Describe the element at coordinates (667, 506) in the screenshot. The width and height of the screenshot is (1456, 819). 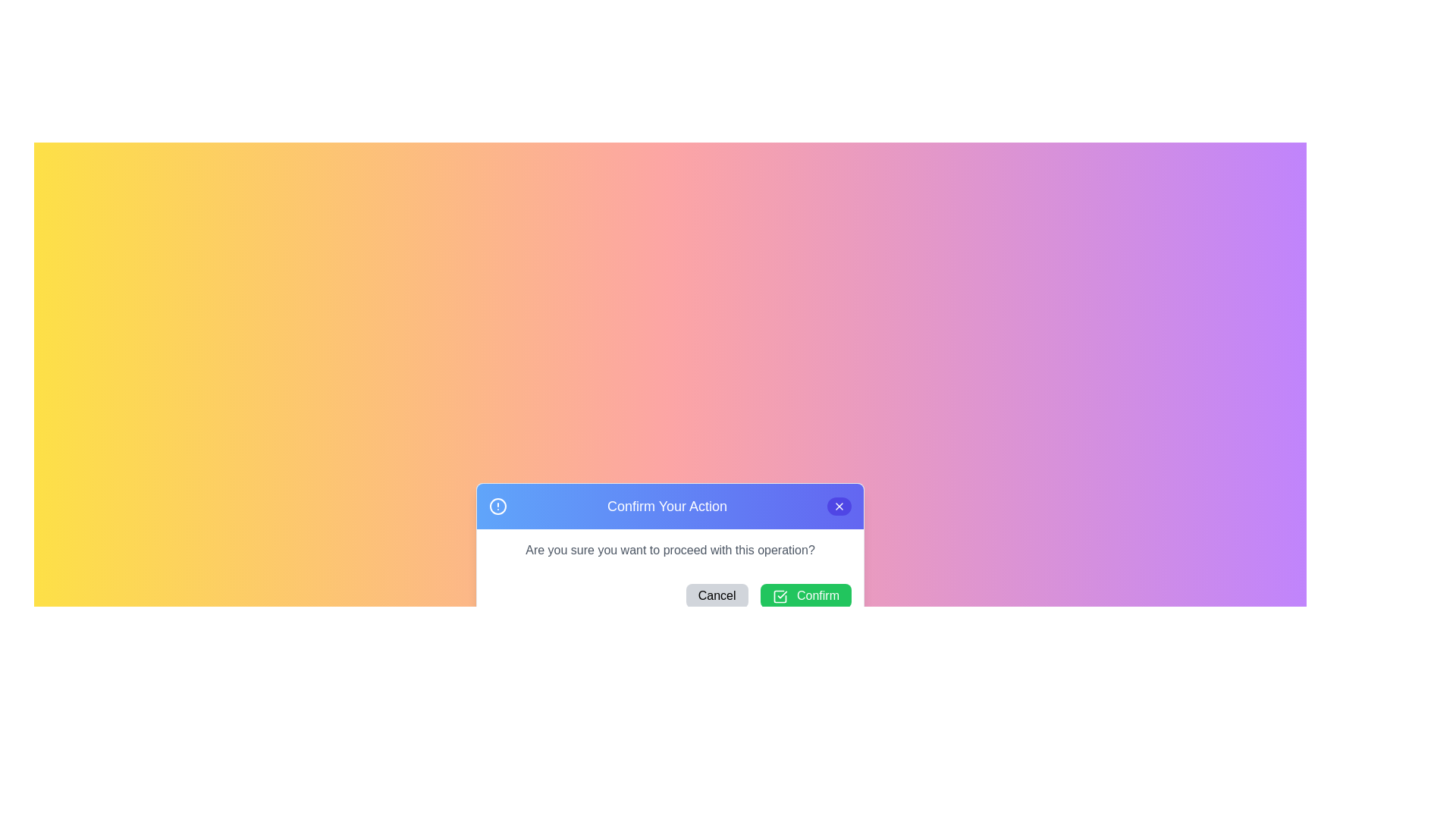
I see `text of the title label in the header section of the modal dialog box, which is centrally positioned between an icon on the left and a close button on the right` at that location.